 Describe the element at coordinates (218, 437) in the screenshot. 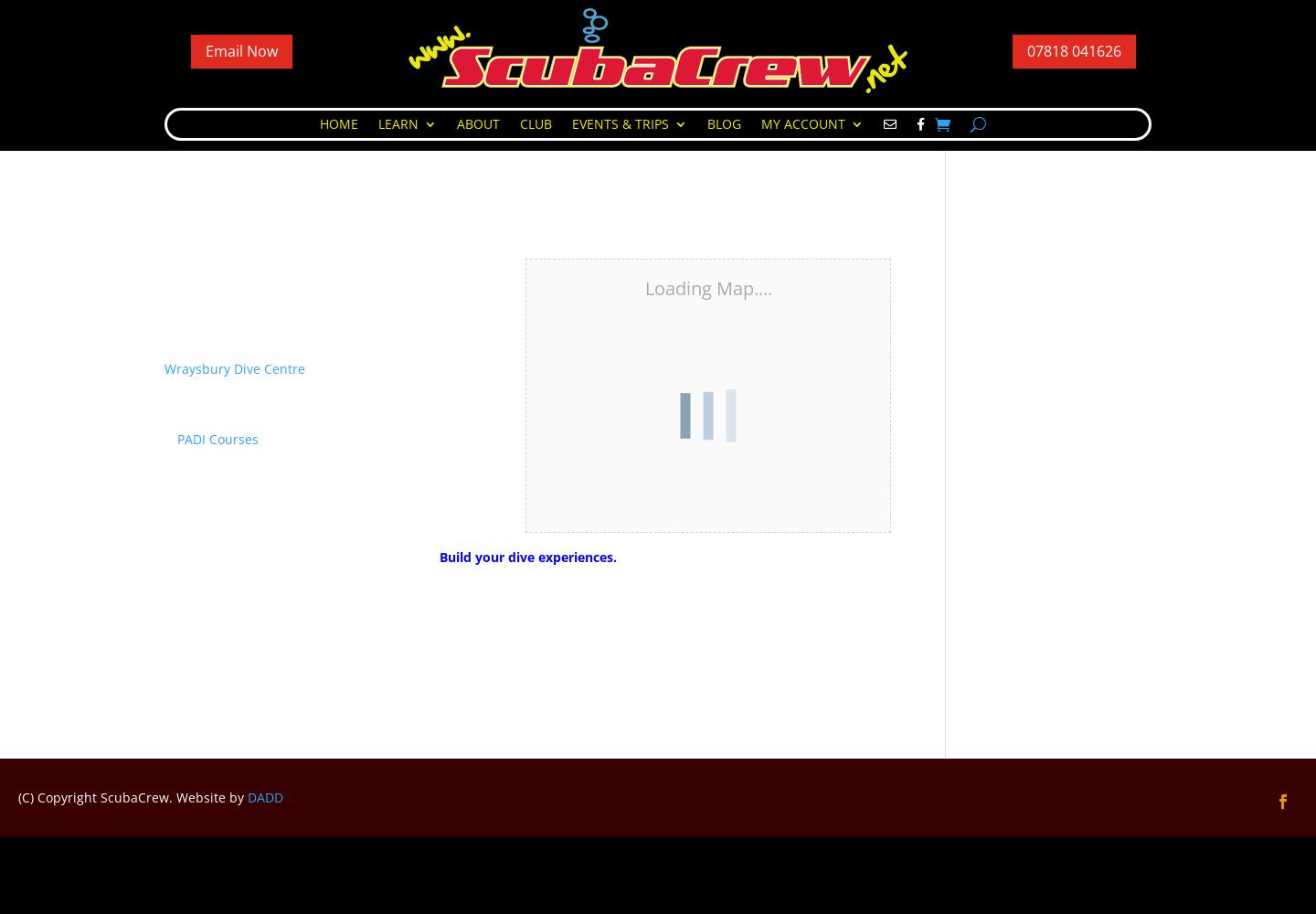

I see `'PADI Courses'` at that location.